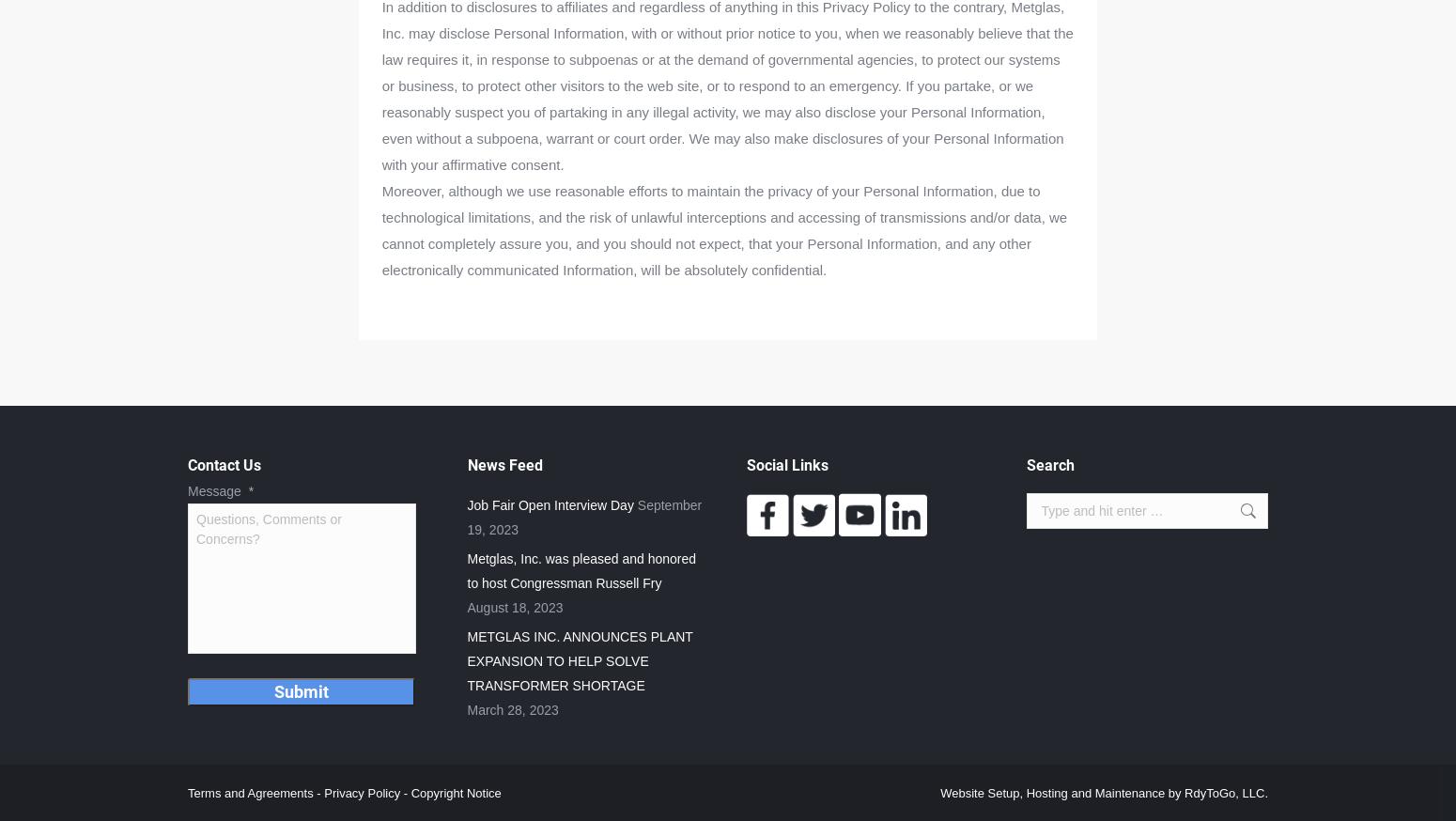 Image resolution: width=1456 pixels, height=821 pixels. I want to click on '*', so click(251, 491).